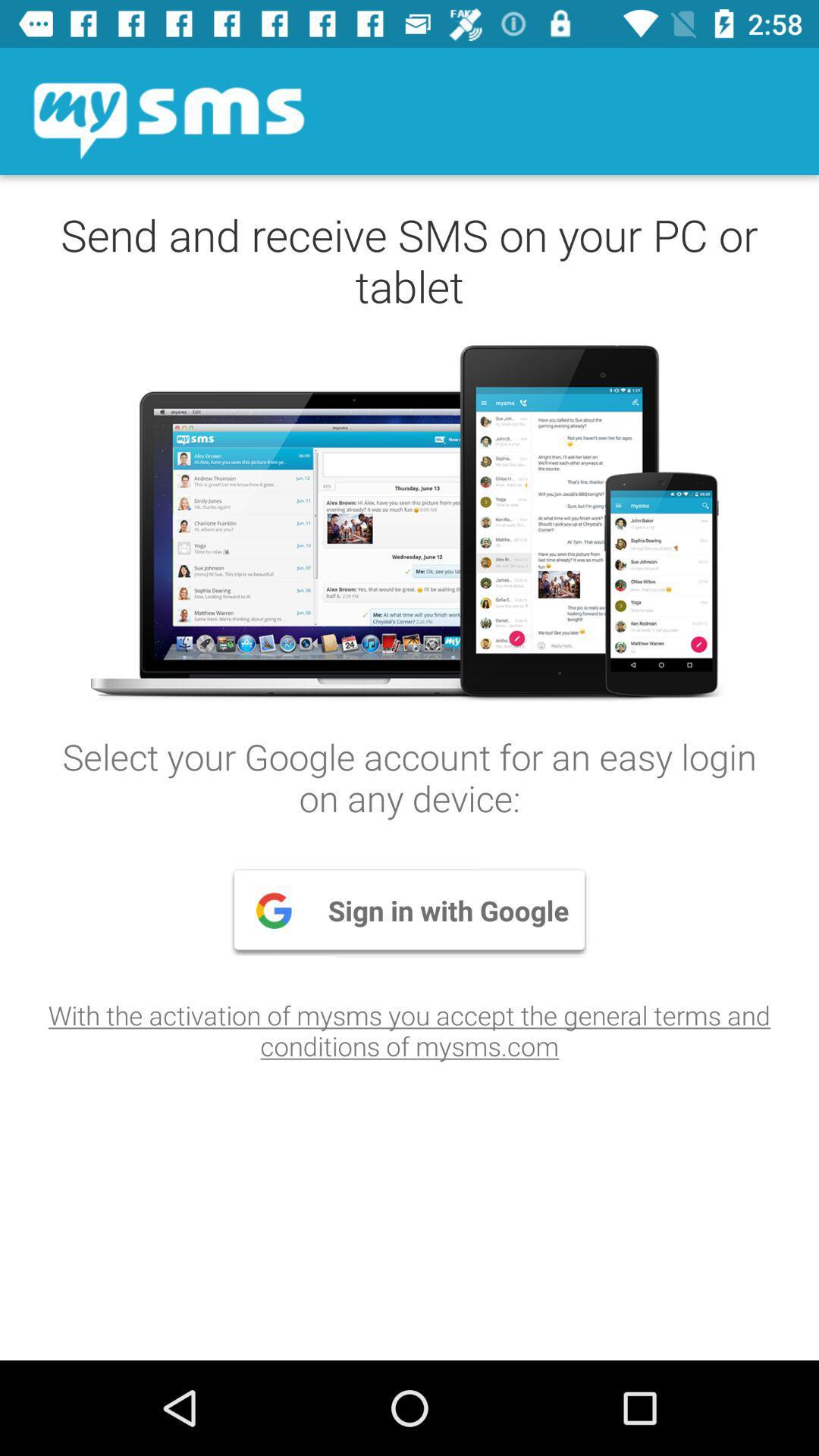 The height and width of the screenshot is (1456, 819). Describe the element at coordinates (409, 1030) in the screenshot. I see `the item below the sign in with icon` at that location.